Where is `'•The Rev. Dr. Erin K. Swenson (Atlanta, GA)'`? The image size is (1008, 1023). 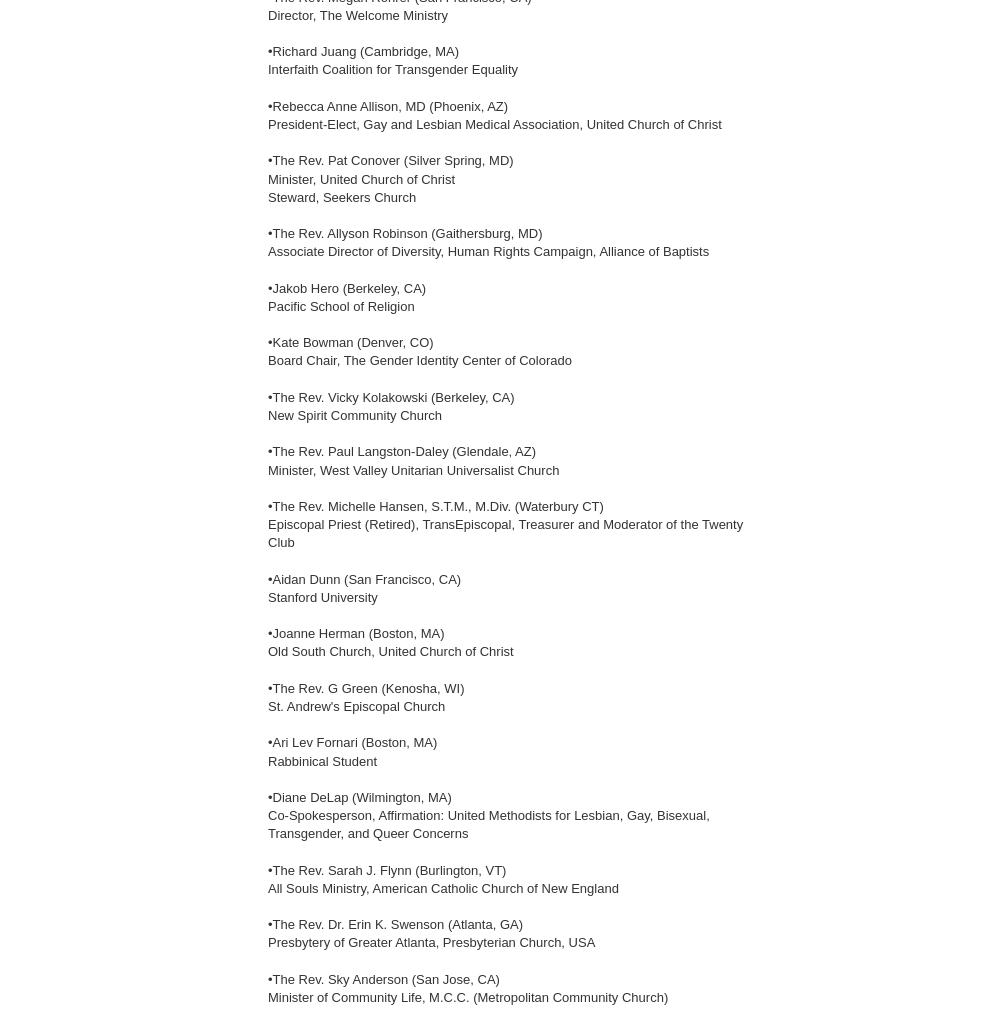
'•The Rev. Dr. Erin K. Swenson (Atlanta, GA)' is located at coordinates (395, 923).